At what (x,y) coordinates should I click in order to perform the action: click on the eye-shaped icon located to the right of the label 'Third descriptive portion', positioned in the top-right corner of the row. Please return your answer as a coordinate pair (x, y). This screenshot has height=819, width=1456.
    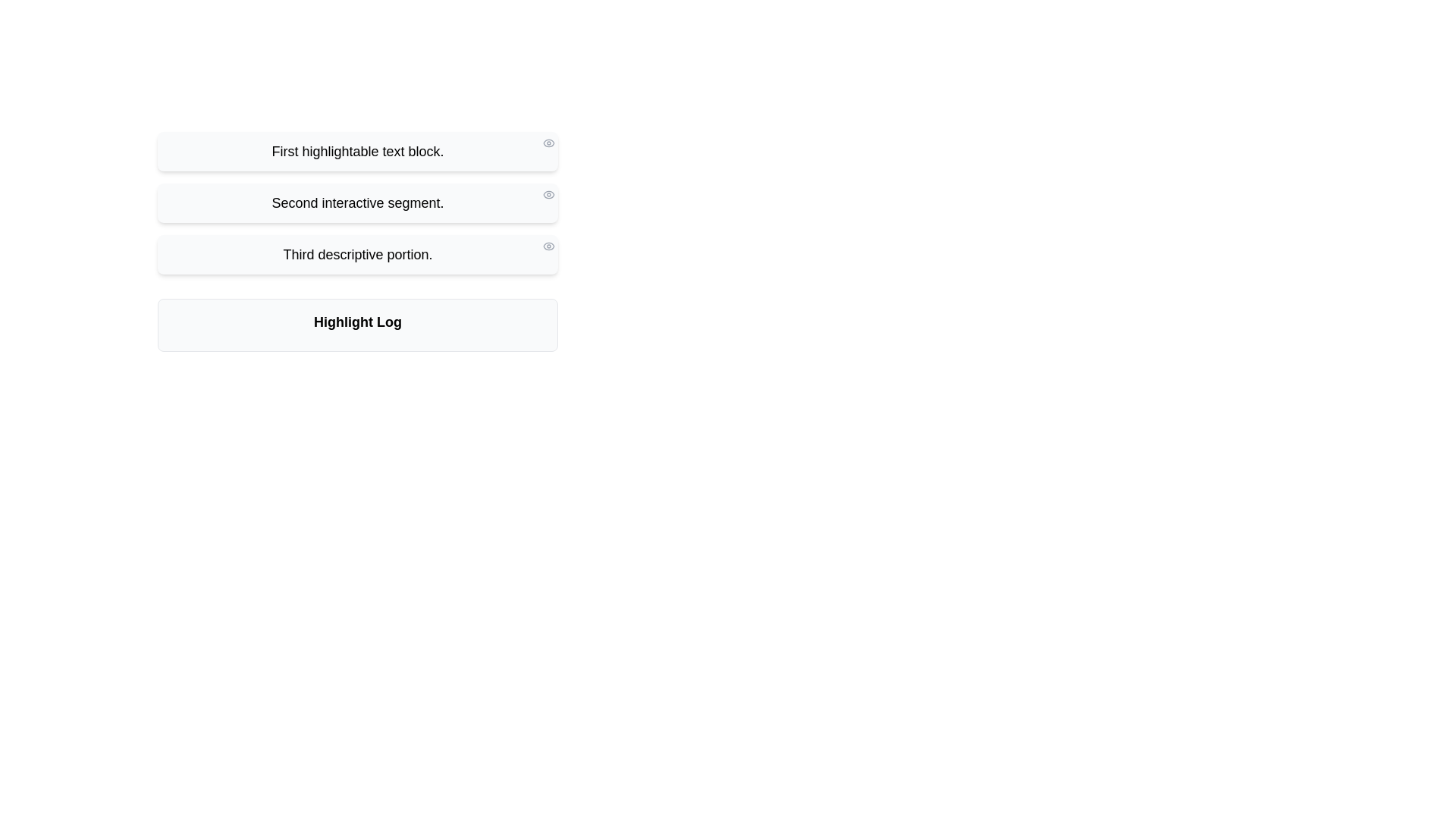
    Looking at the image, I should click on (548, 245).